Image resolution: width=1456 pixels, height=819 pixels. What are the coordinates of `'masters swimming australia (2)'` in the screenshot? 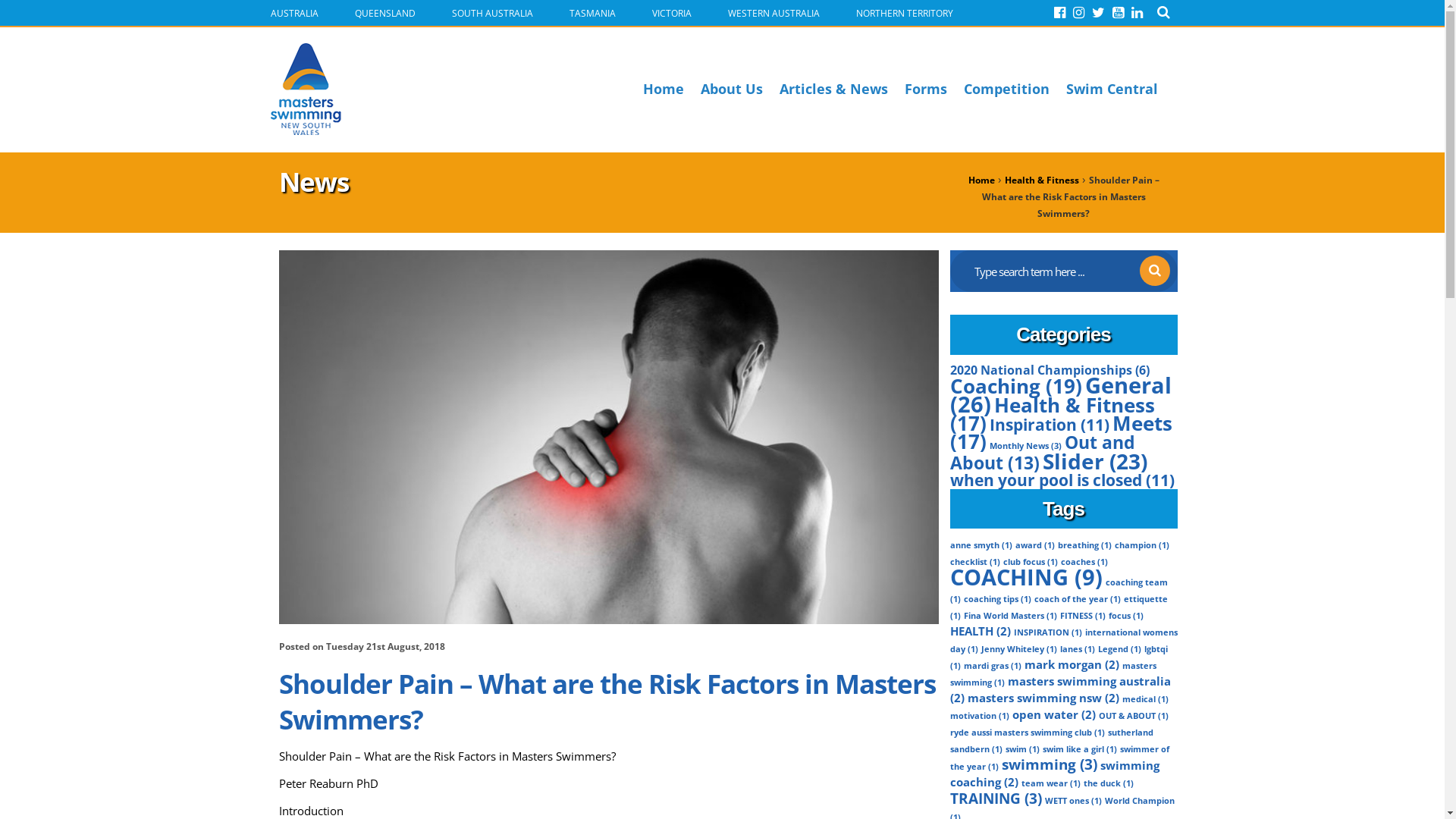 It's located at (1059, 689).